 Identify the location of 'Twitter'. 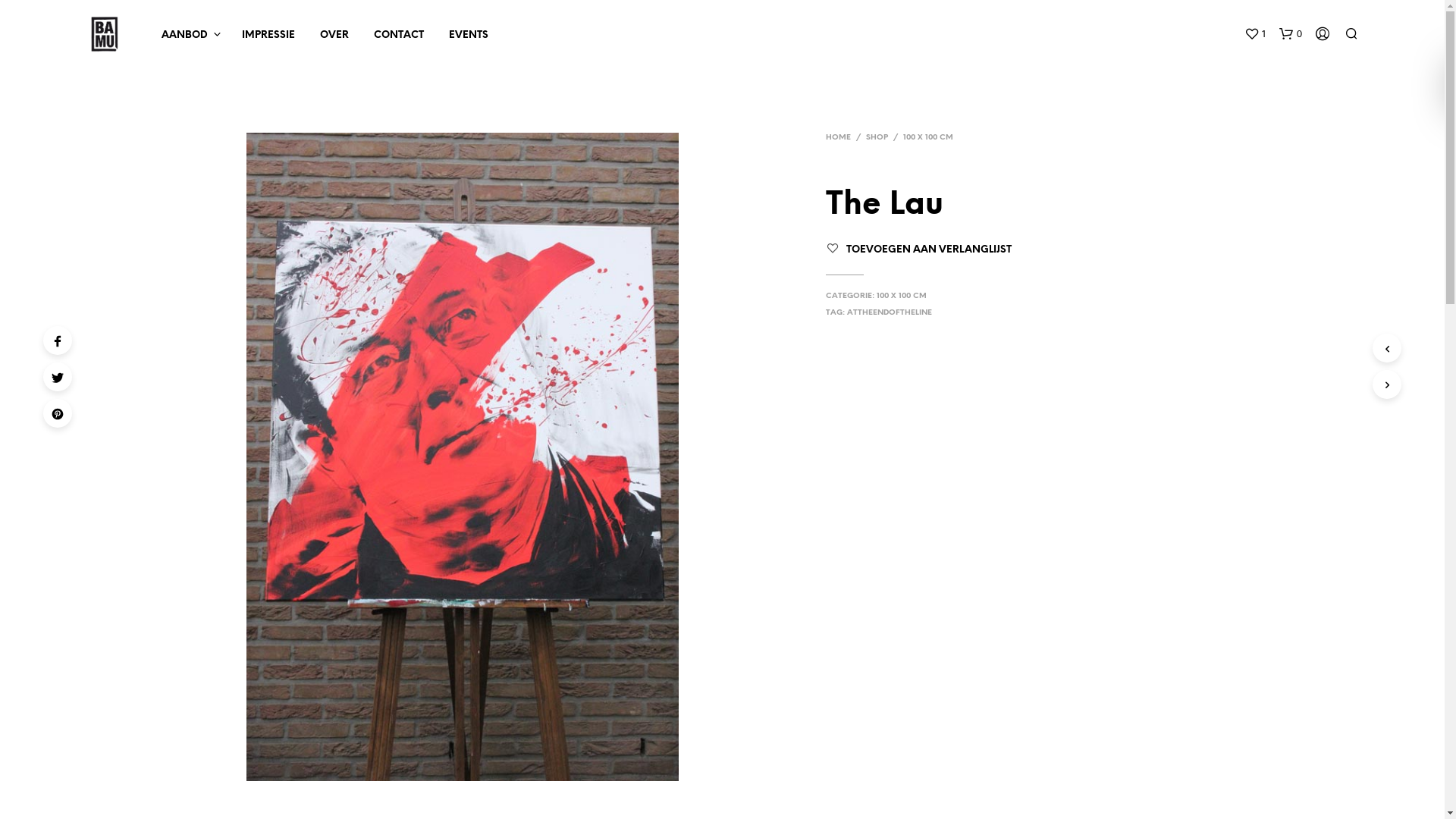
(58, 376).